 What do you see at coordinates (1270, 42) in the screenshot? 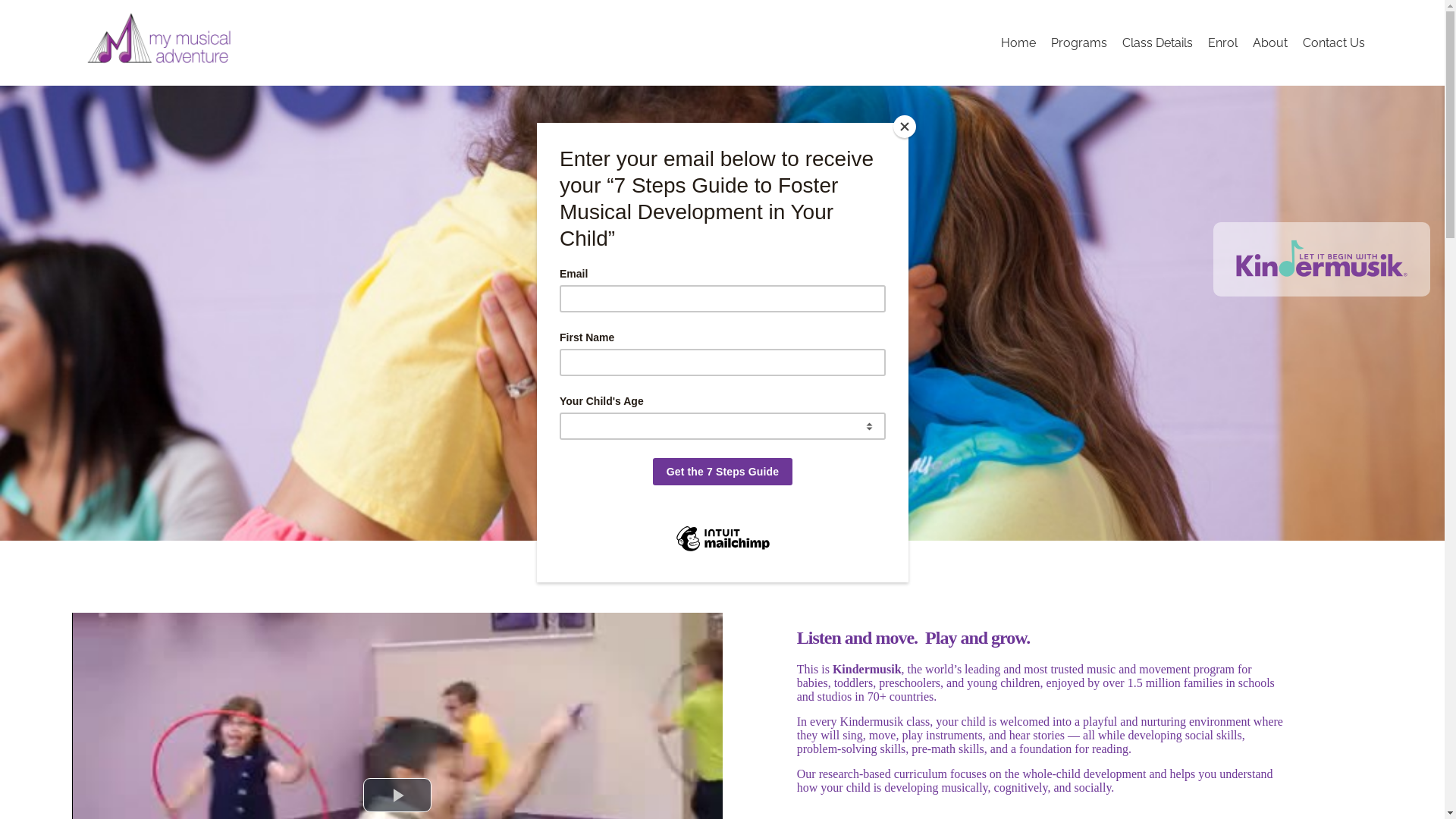
I see `'About'` at bounding box center [1270, 42].